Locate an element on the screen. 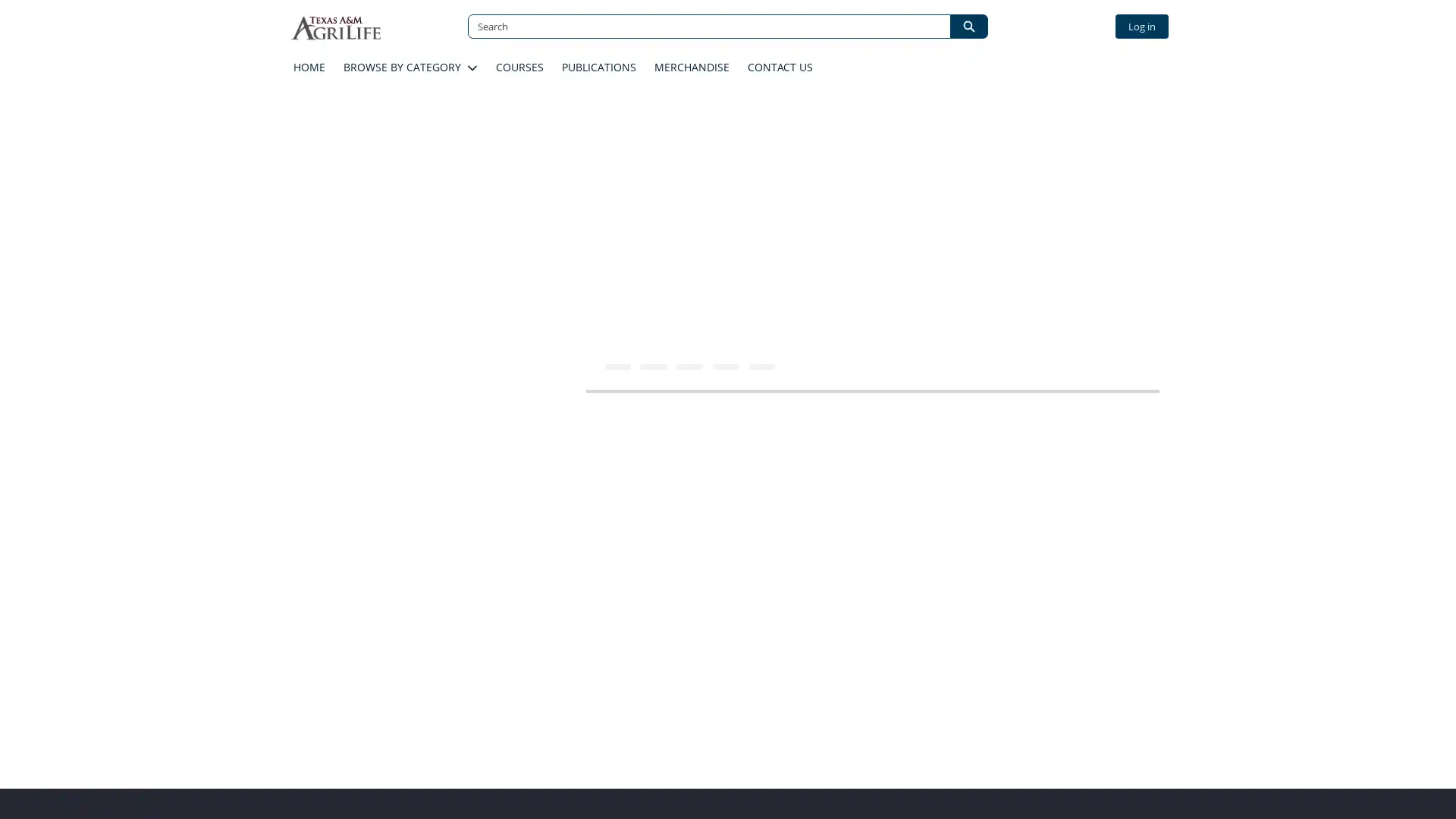 This screenshot has height=819, width=1456. Increase number of items is located at coordinates (710, 348).